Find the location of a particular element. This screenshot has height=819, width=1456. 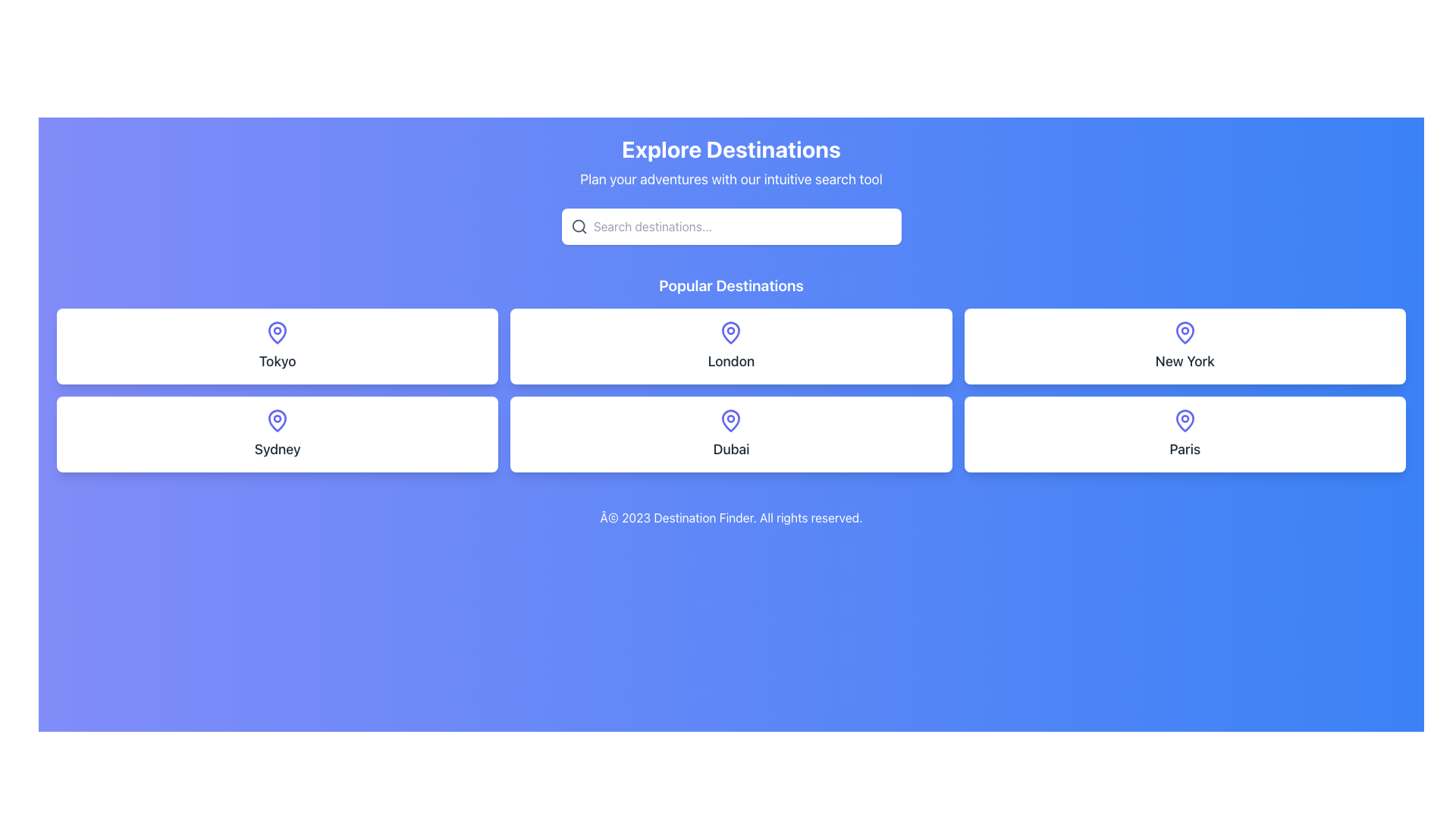

the indigo map pin-like icon located above the text 'Sydney' in the Popular Destinations card component is located at coordinates (278, 421).